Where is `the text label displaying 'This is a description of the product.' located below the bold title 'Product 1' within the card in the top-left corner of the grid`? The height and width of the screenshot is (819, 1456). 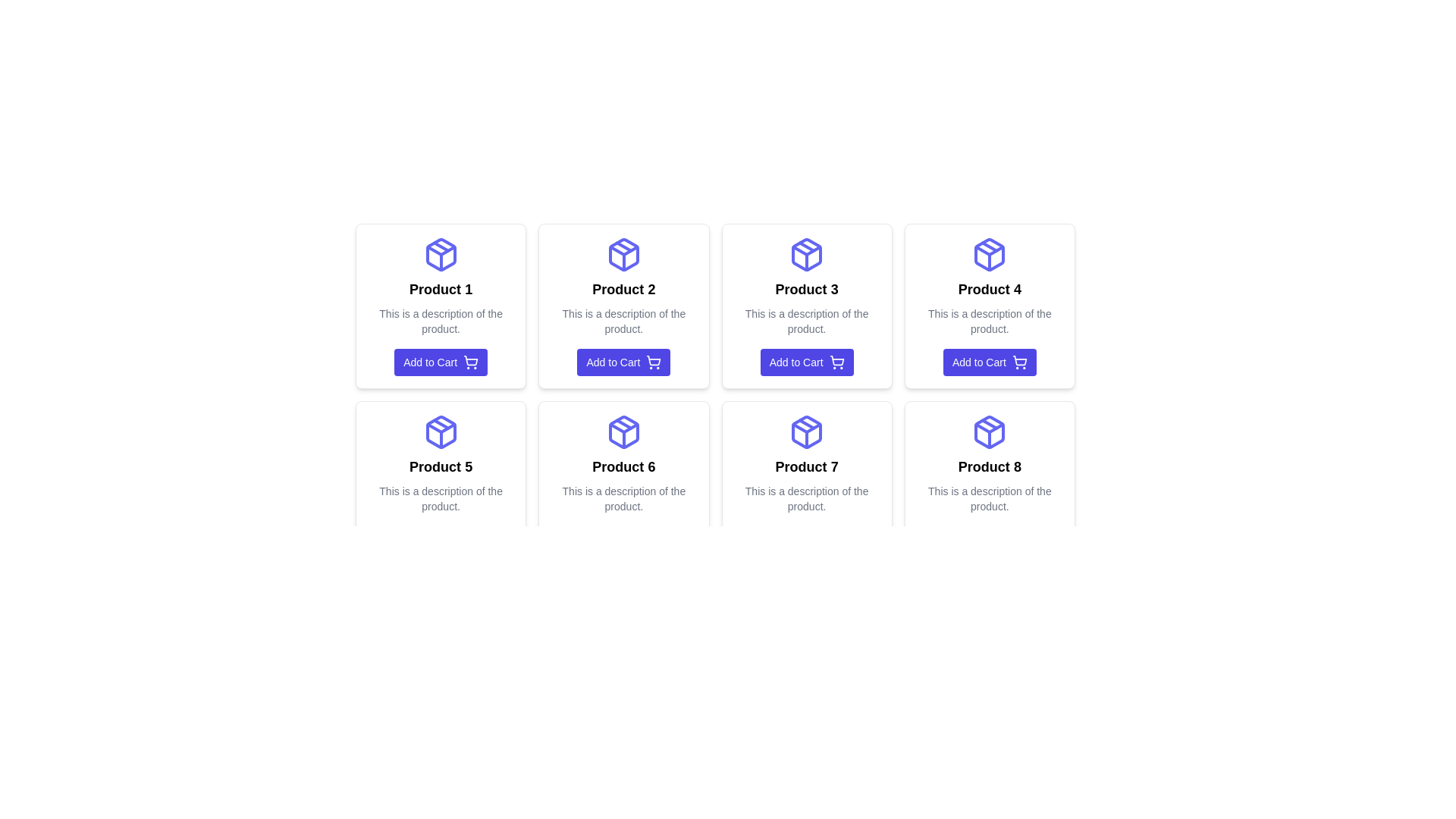
the text label displaying 'This is a description of the product.' located below the bold title 'Product 1' within the card in the top-left corner of the grid is located at coordinates (440, 321).